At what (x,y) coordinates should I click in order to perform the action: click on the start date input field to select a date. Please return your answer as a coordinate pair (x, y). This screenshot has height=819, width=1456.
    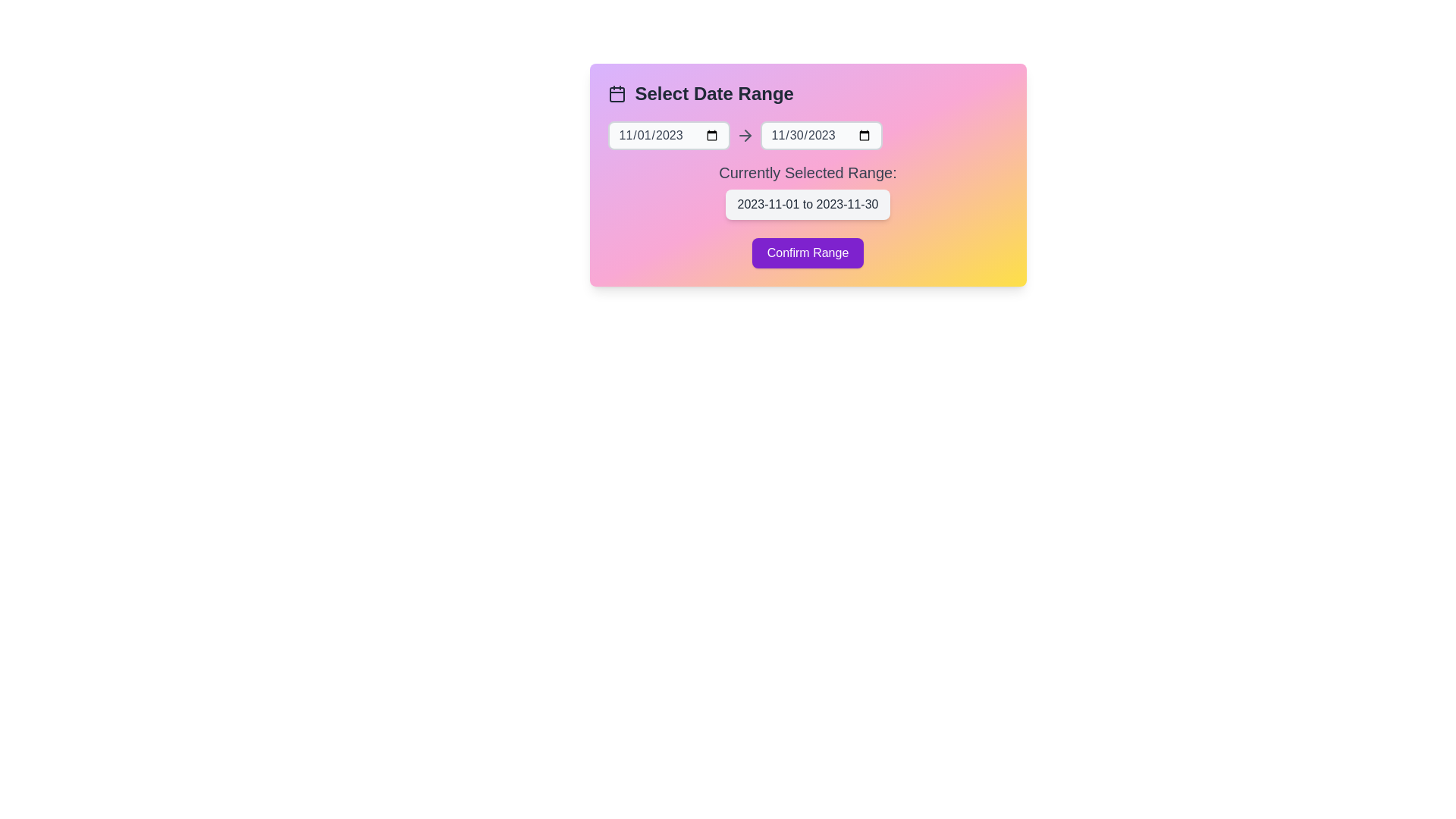
    Looking at the image, I should click on (668, 134).